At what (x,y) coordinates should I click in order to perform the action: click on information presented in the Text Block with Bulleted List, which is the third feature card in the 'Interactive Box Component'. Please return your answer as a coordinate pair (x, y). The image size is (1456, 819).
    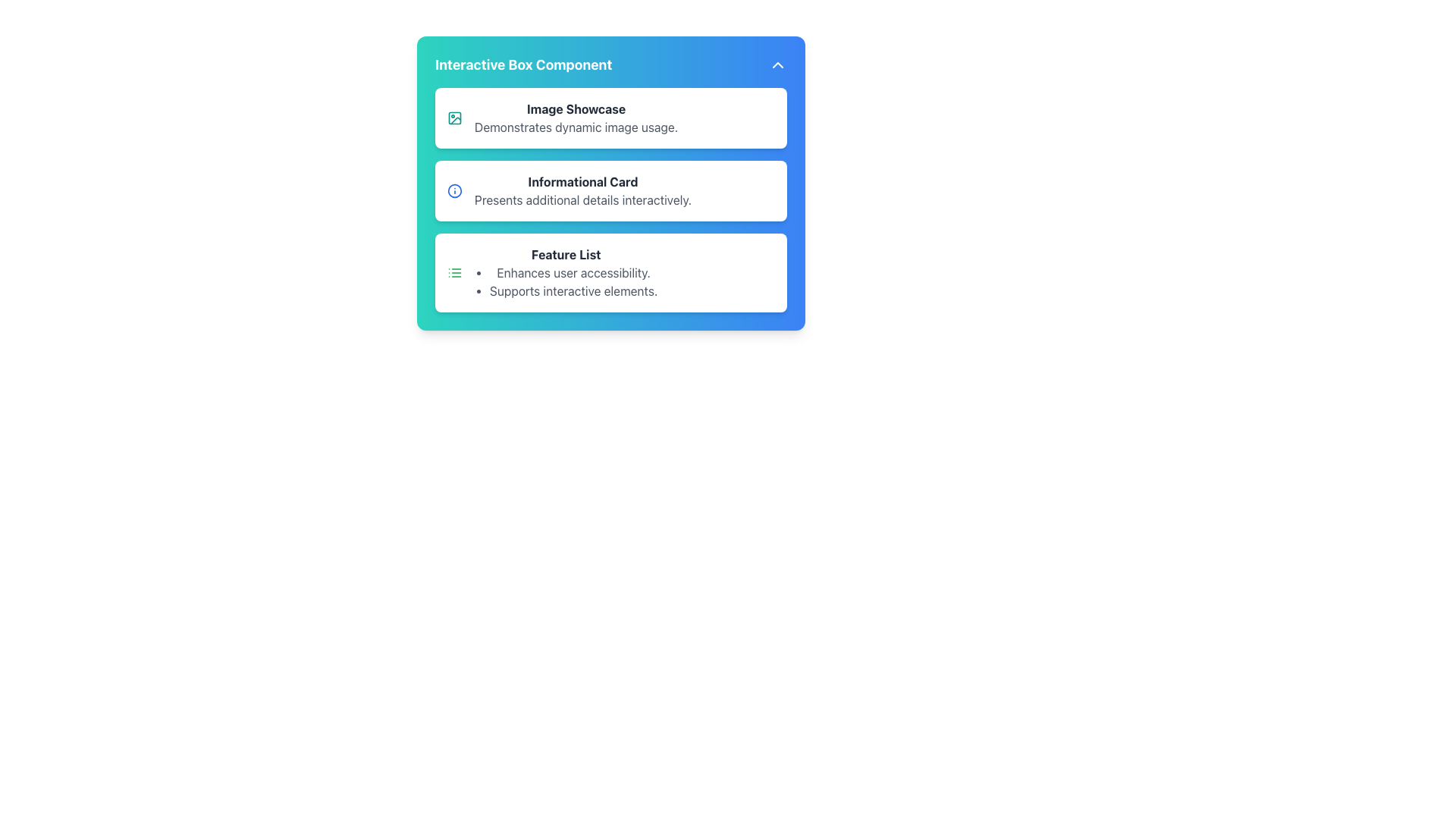
    Looking at the image, I should click on (565, 271).